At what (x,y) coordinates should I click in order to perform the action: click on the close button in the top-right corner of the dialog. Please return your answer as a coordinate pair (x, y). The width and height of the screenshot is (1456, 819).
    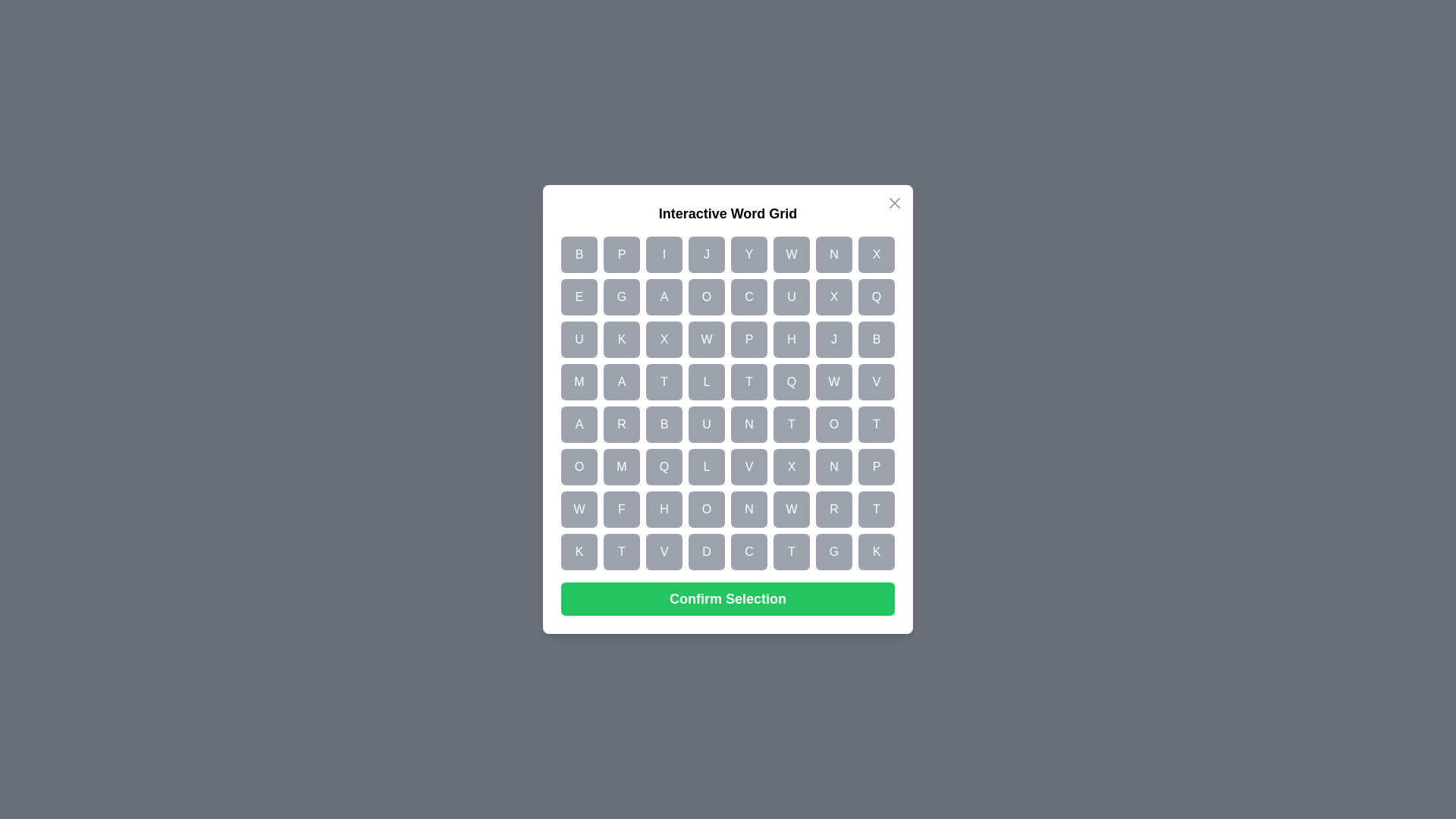
    Looking at the image, I should click on (895, 202).